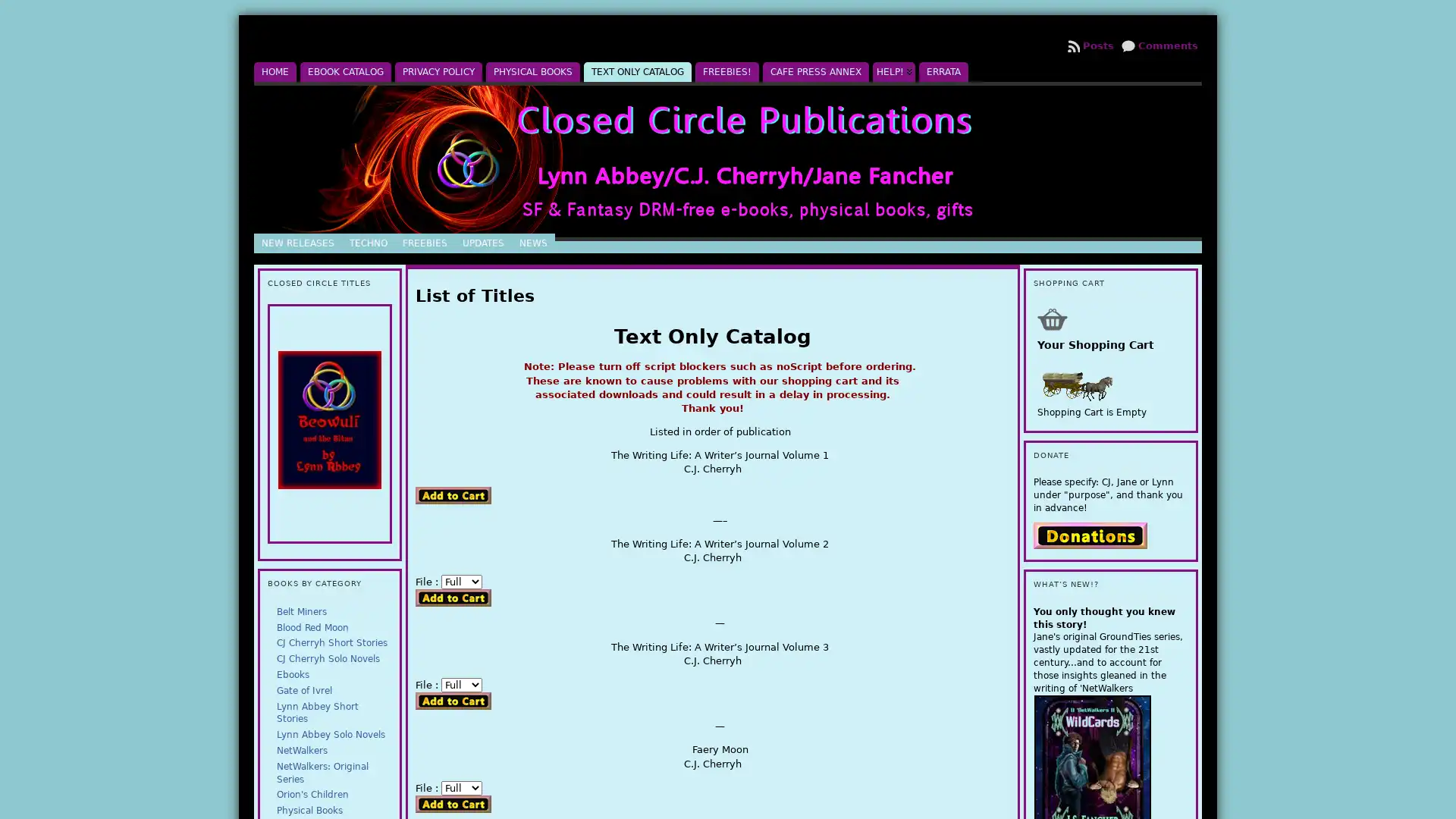  I want to click on Add to Cart, so click(453, 597).